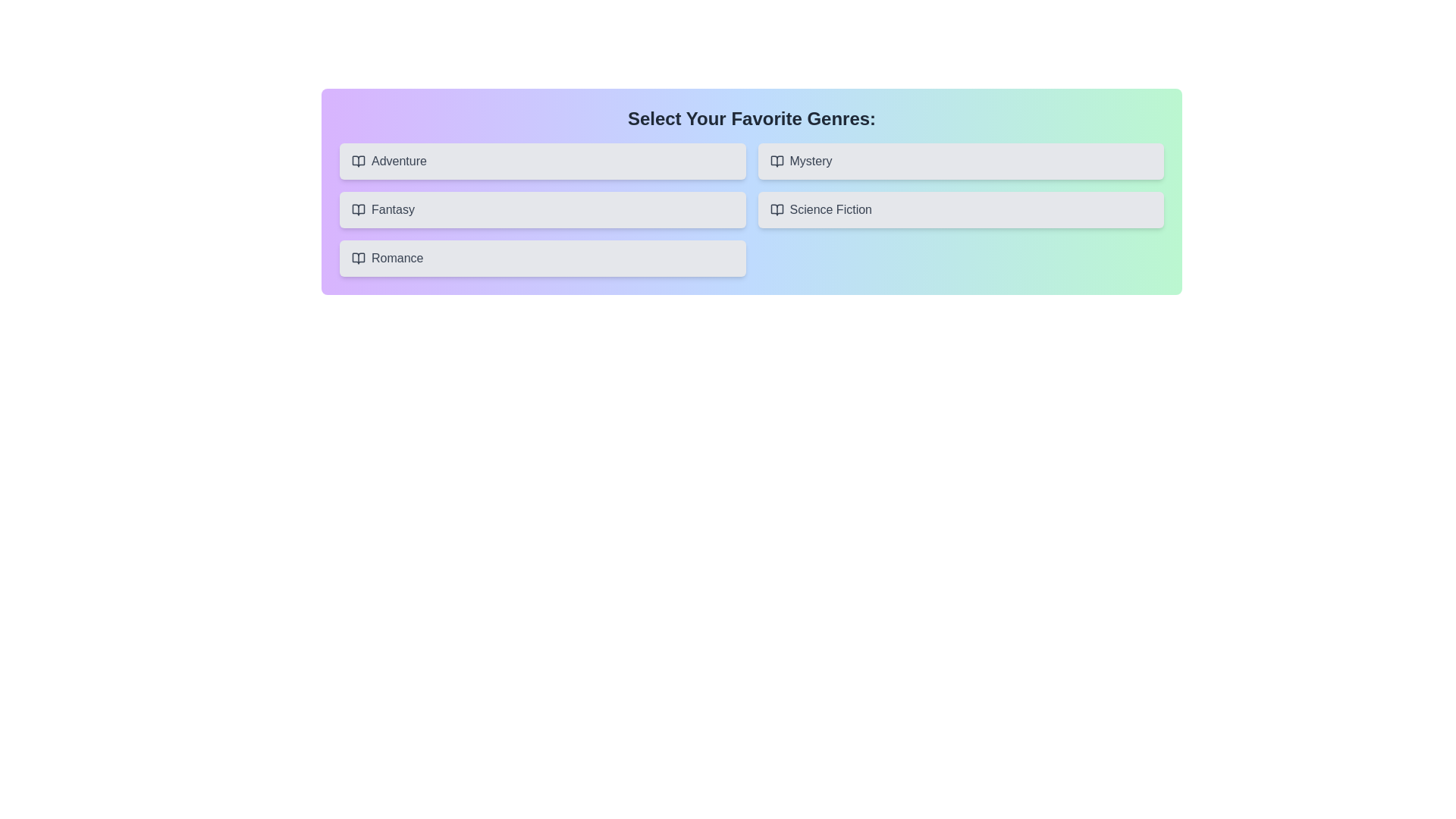  I want to click on the button corresponding to the genre Science Fiction, so click(960, 210).